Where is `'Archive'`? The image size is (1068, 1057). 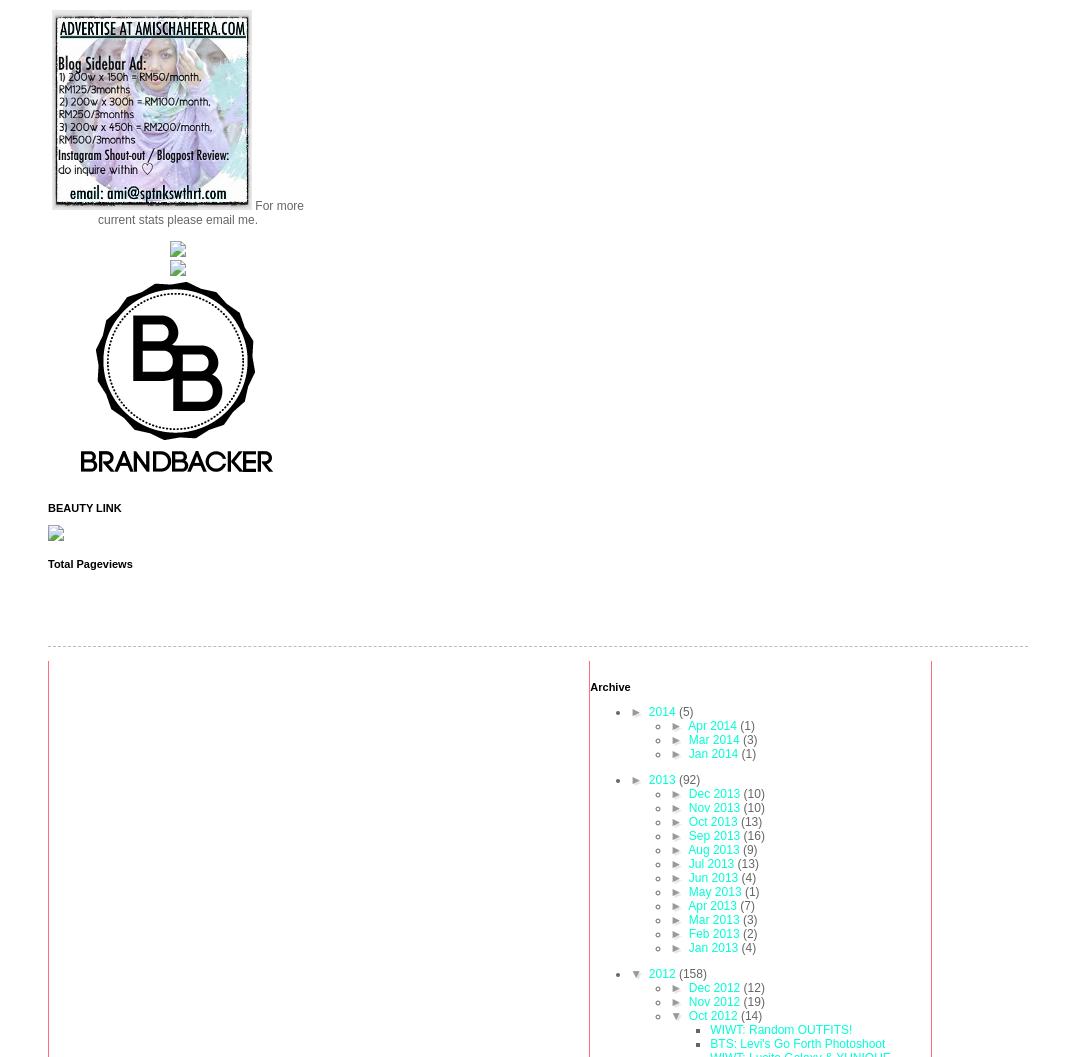
'Archive' is located at coordinates (588, 684).